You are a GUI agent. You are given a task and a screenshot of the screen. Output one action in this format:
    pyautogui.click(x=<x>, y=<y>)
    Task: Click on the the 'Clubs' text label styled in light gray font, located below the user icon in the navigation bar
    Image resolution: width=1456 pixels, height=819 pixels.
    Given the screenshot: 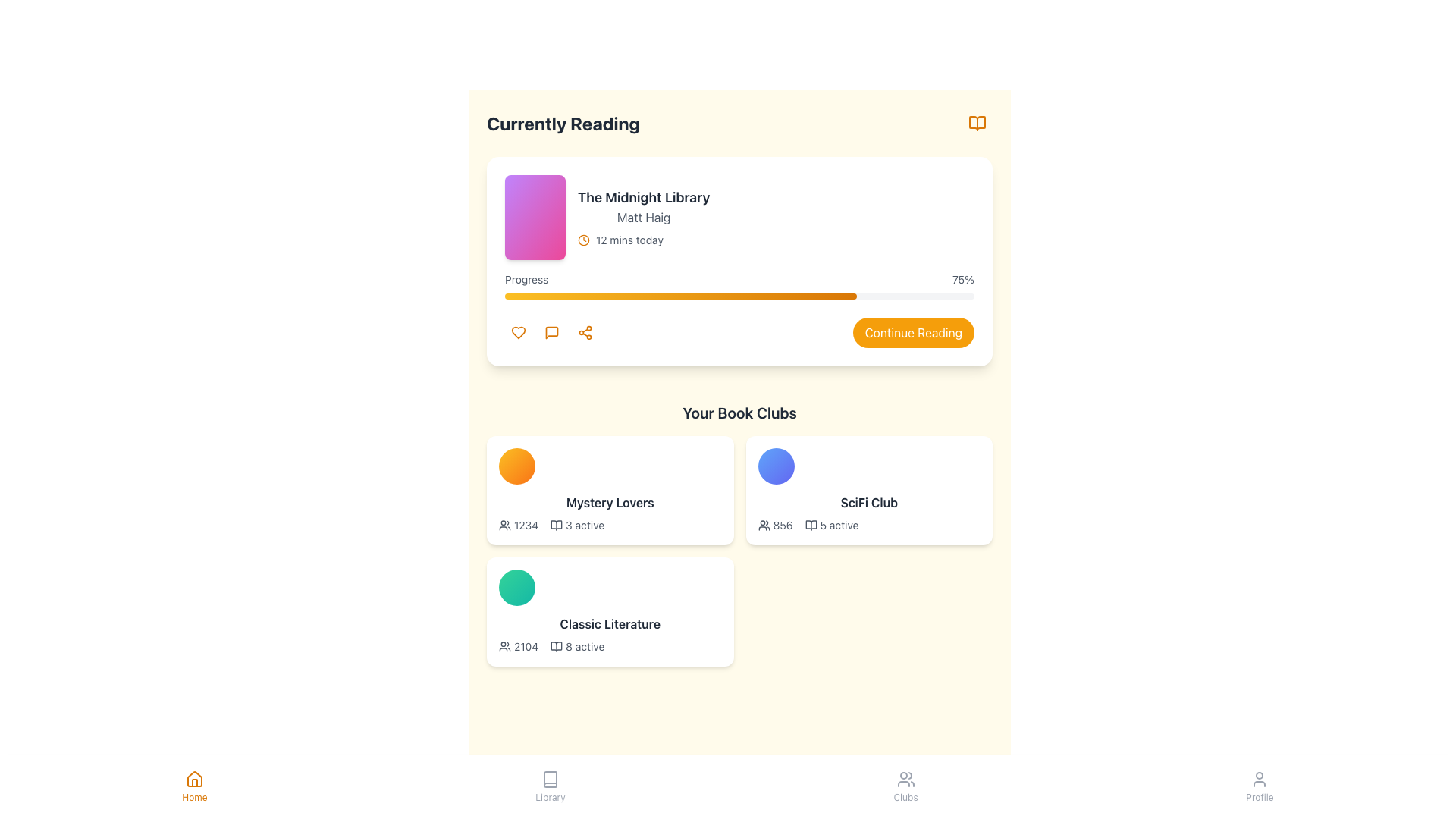 What is the action you would take?
    pyautogui.click(x=905, y=797)
    